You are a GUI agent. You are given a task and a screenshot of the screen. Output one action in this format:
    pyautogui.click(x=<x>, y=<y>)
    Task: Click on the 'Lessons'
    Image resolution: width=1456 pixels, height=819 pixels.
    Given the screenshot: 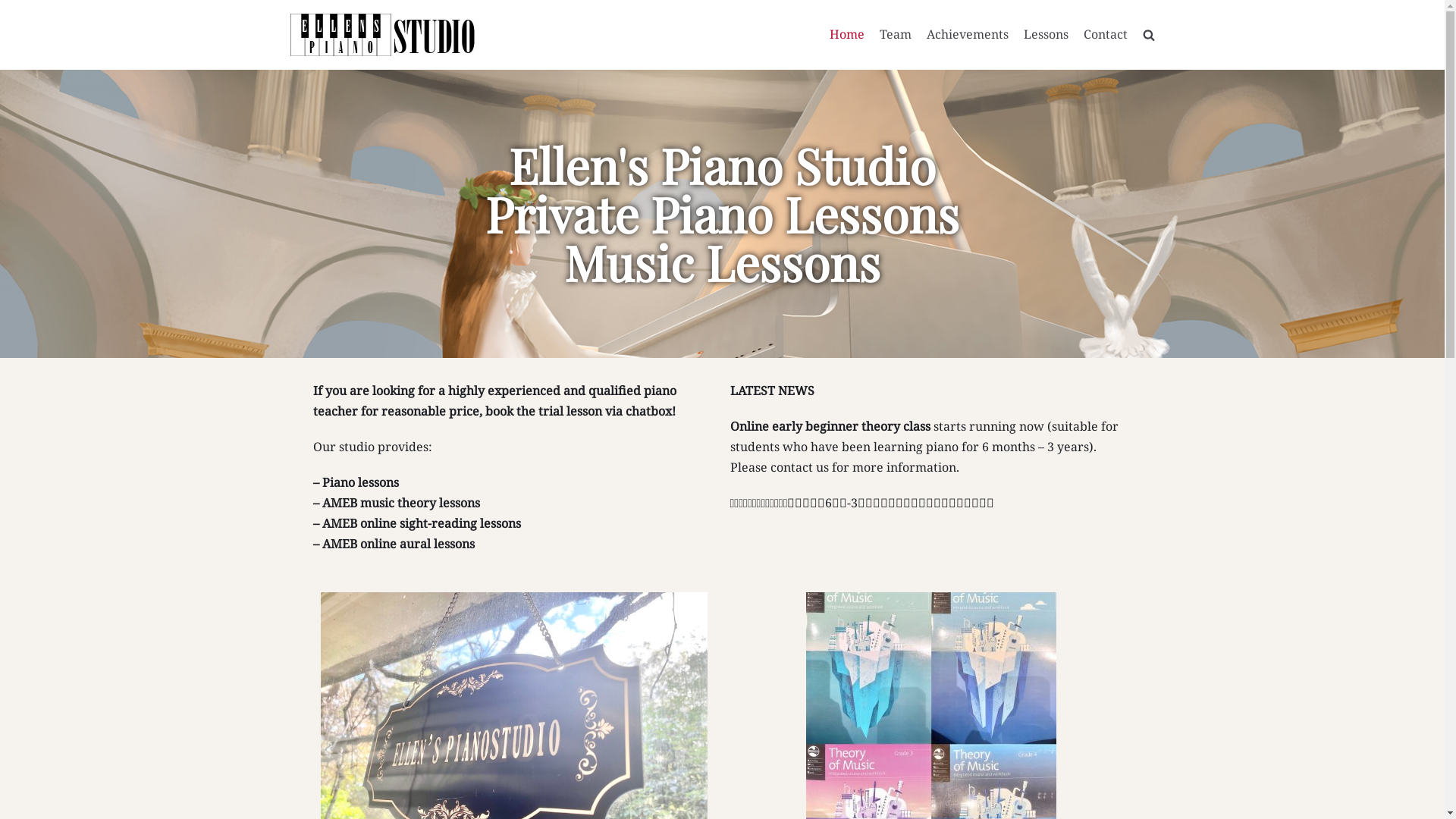 What is the action you would take?
    pyautogui.click(x=1045, y=34)
    